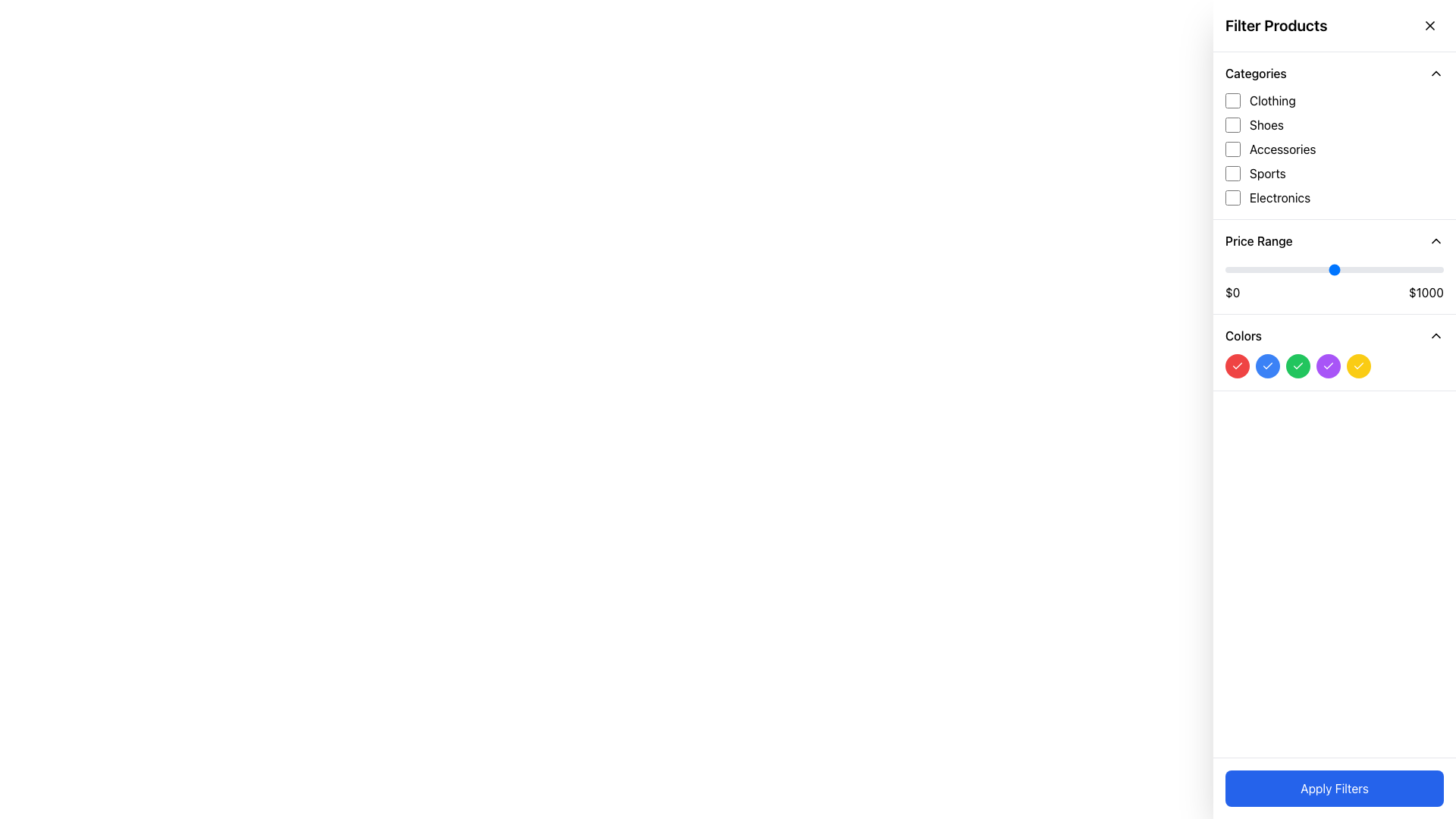  I want to click on the price range slider, so click(1291, 268).